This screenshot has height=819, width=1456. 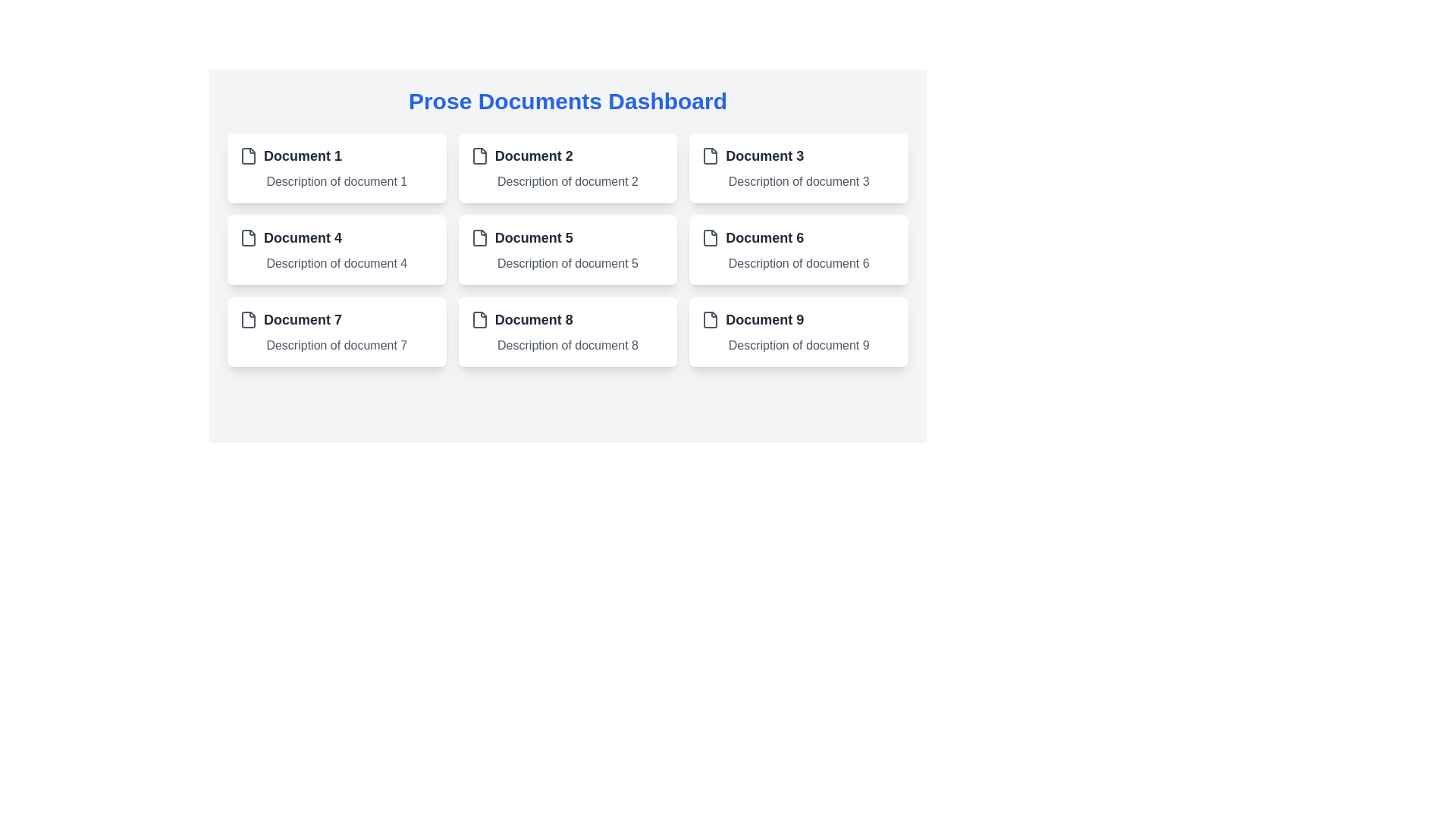 I want to click on title 'Document 4' from the text label, which is bold and dark gray, positioned within the card for the fourth document in the grid layout, so click(x=303, y=237).